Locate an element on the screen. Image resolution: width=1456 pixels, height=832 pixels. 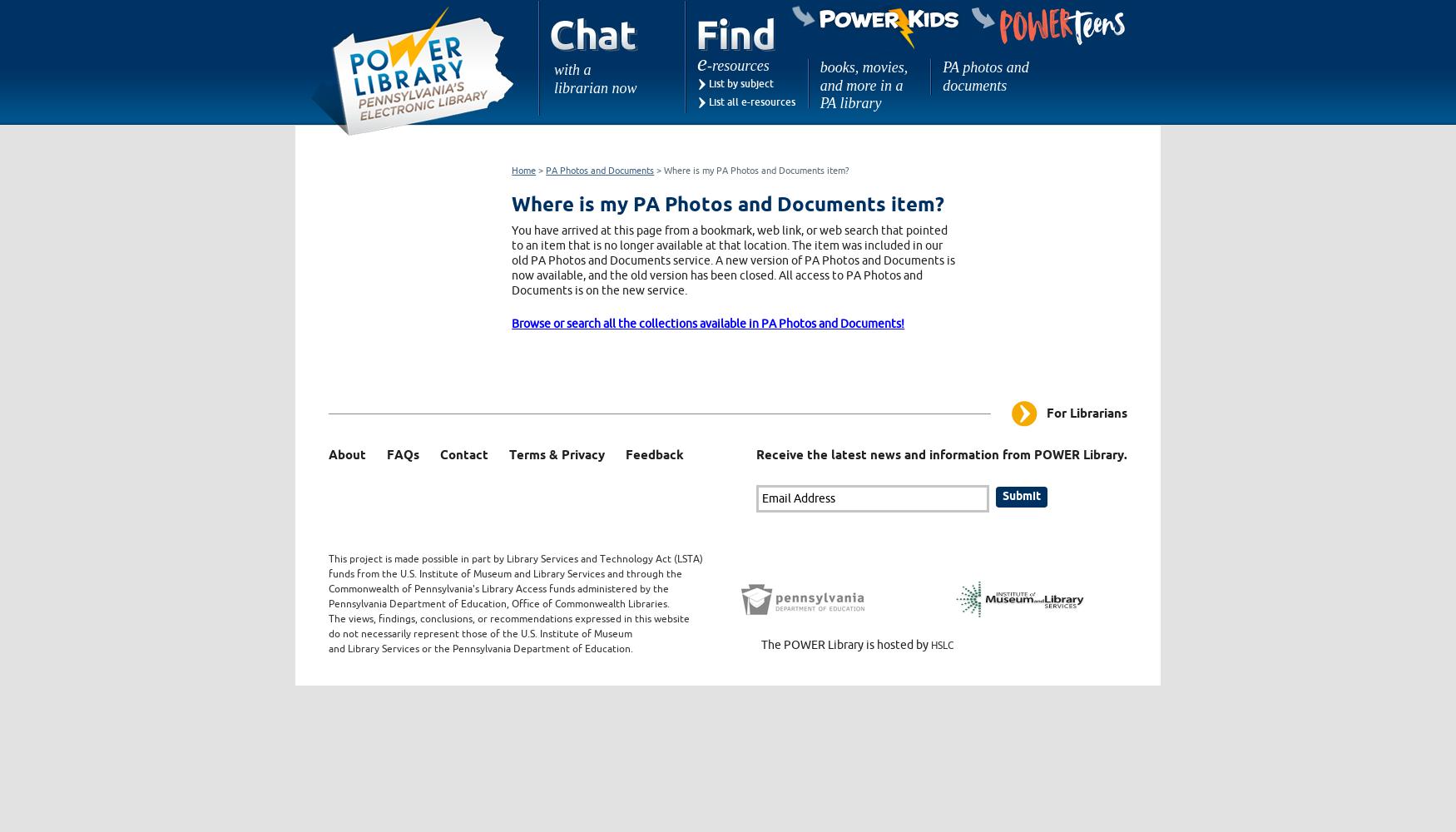
'The views, findings, conclusions, or recommendations expressed in this website' is located at coordinates (508, 617).